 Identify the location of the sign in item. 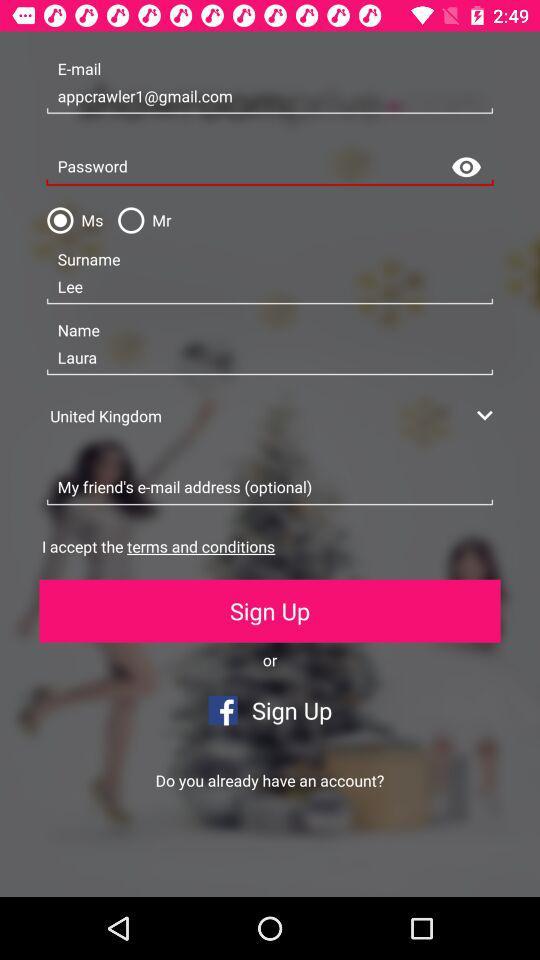
(135, 864).